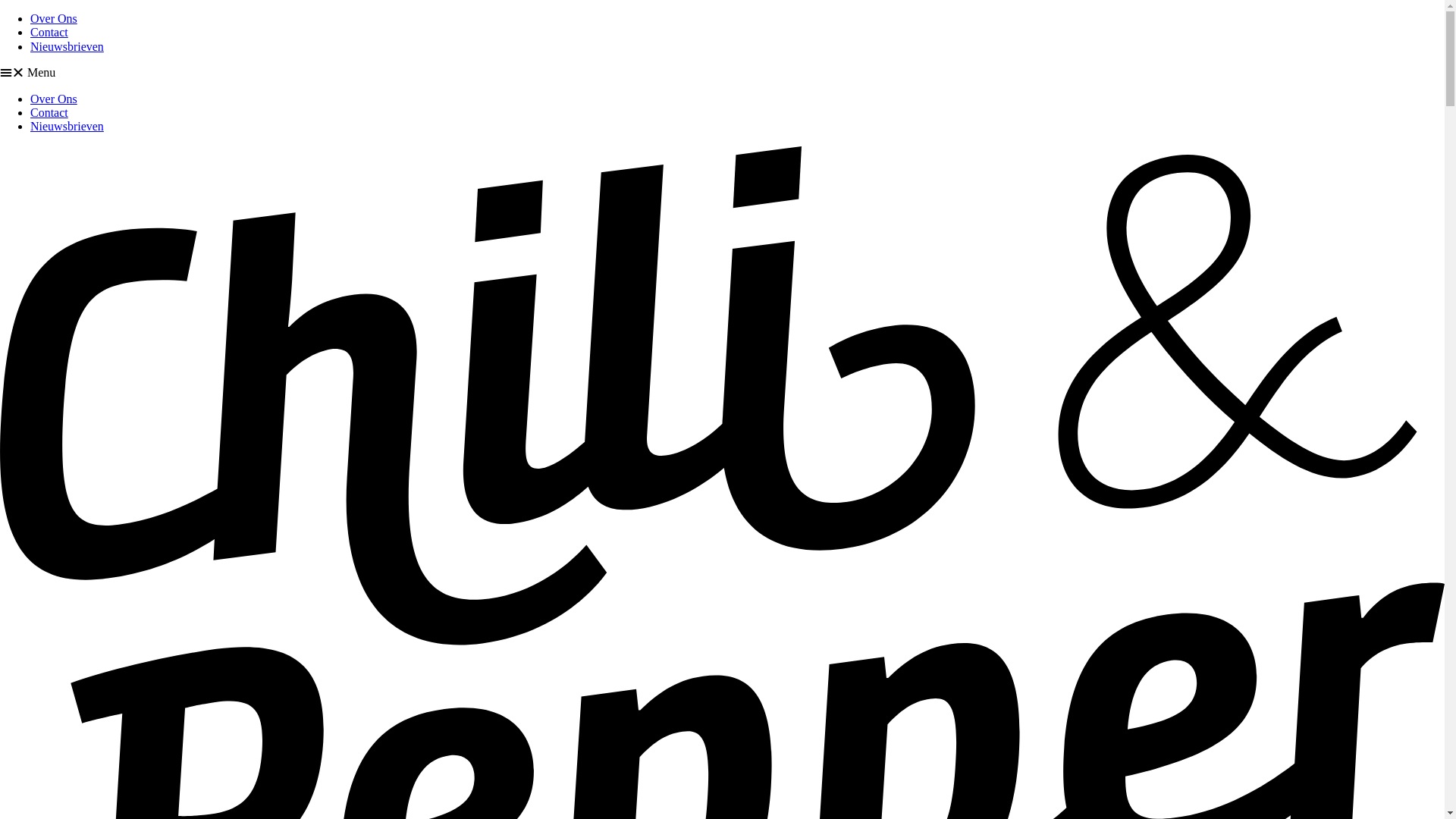 Image resolution: width=1456 pixels, height=819 pixels. I want to click on 'Nieuwsbrieven', so click(66, 45).